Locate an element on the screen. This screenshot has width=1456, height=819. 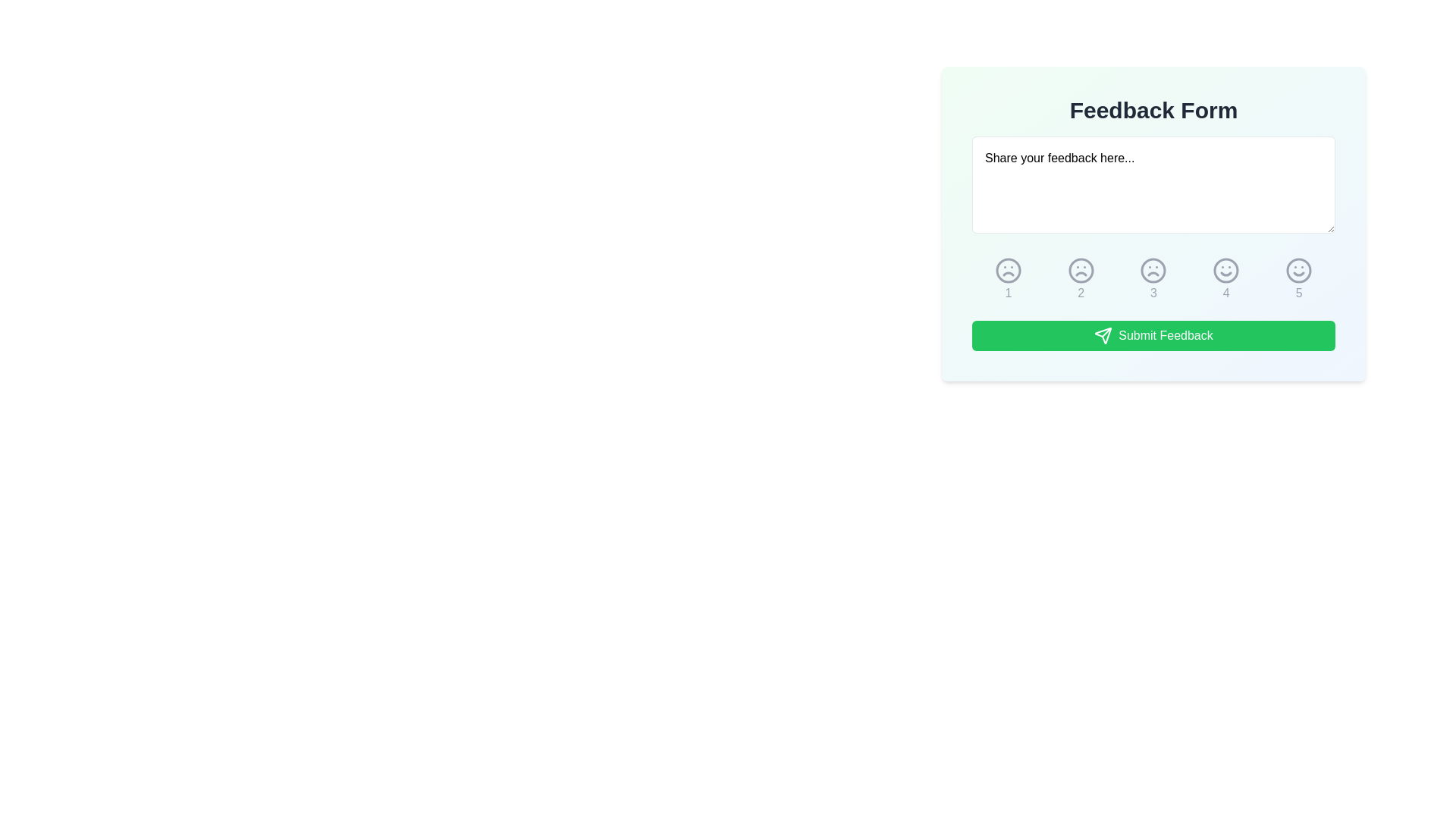
the fourth smiley icon in the feedback form is located at coordinates (1226, 270).